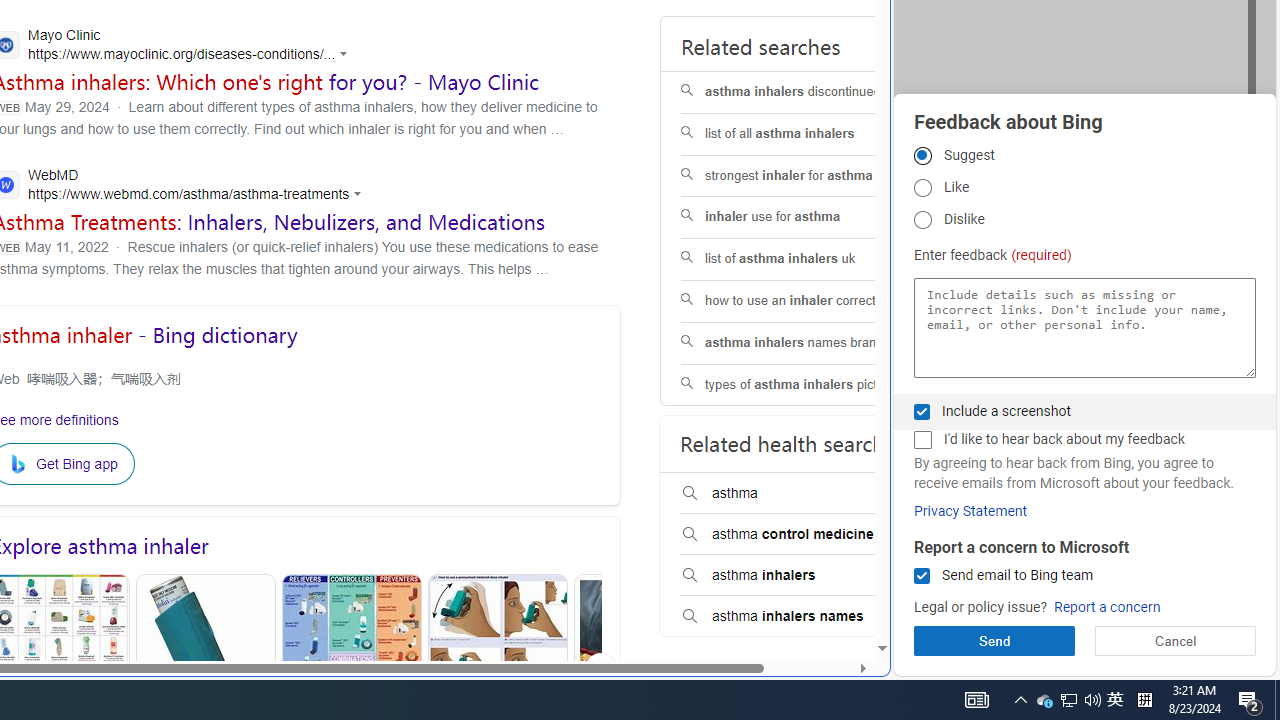 The height and width of the screenshot is (720, 1280). I want to click on 'how to use an inhaler correctly', so click(807, 301).